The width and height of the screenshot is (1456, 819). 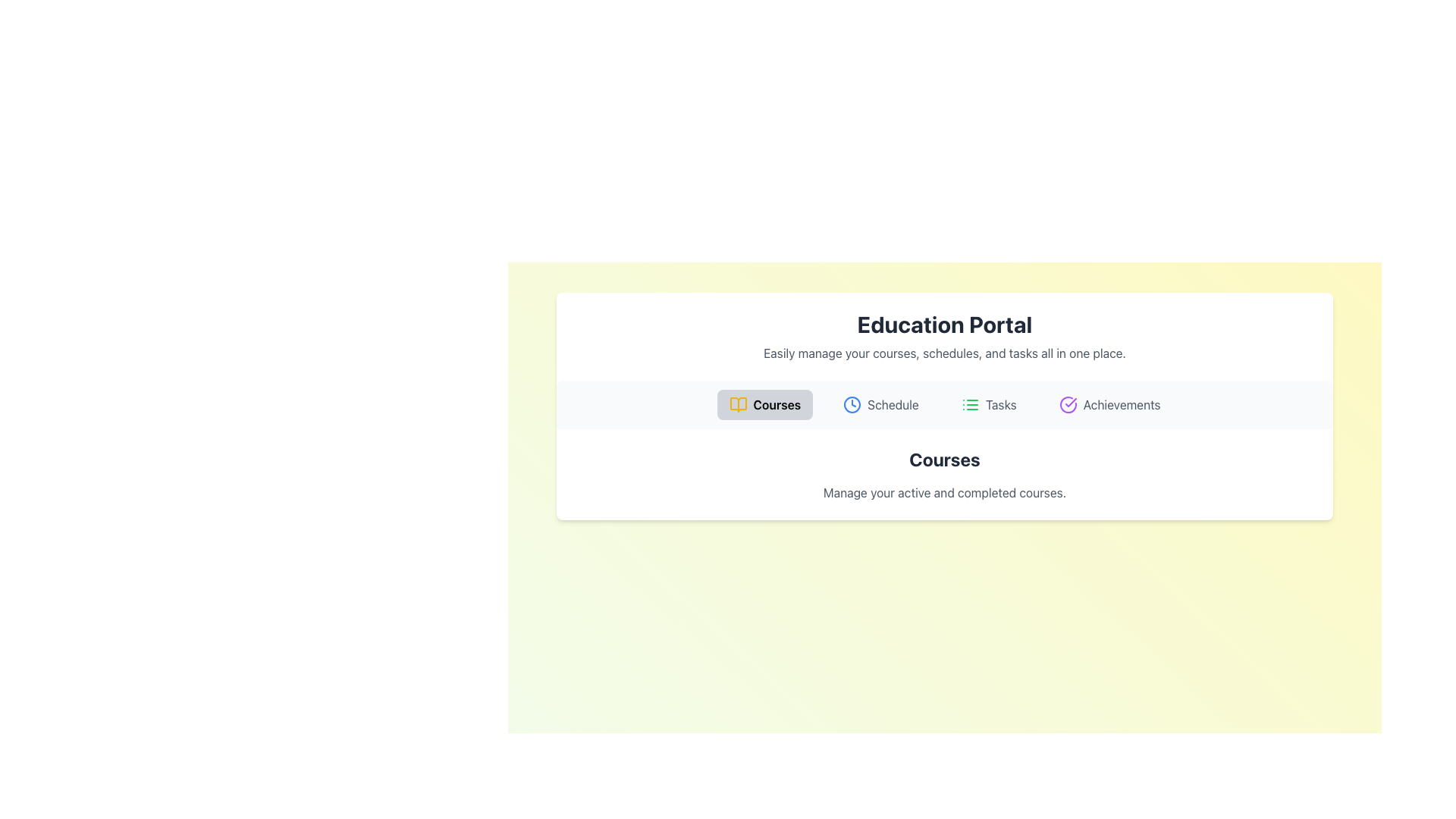 What do you see at coordinates (989, 403) in the screenshot?
I see `the 'Tasks' navigation button located in the navigation bar` at bounding box center [989, 403].